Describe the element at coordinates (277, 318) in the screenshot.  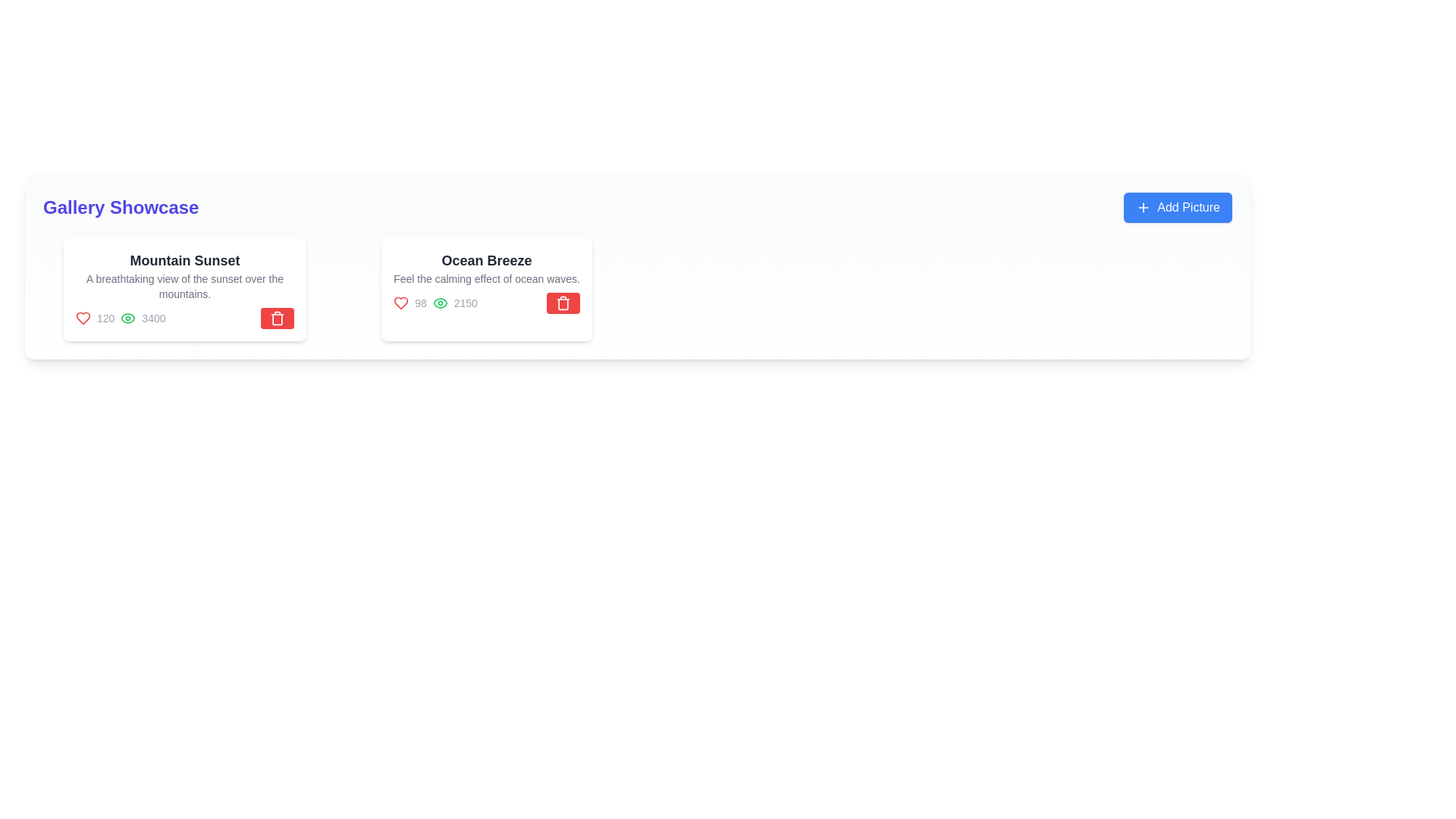
I see `the delete button located at the bottom right of the 'Mountain Sunset' card to observe the hover effect` at that location.